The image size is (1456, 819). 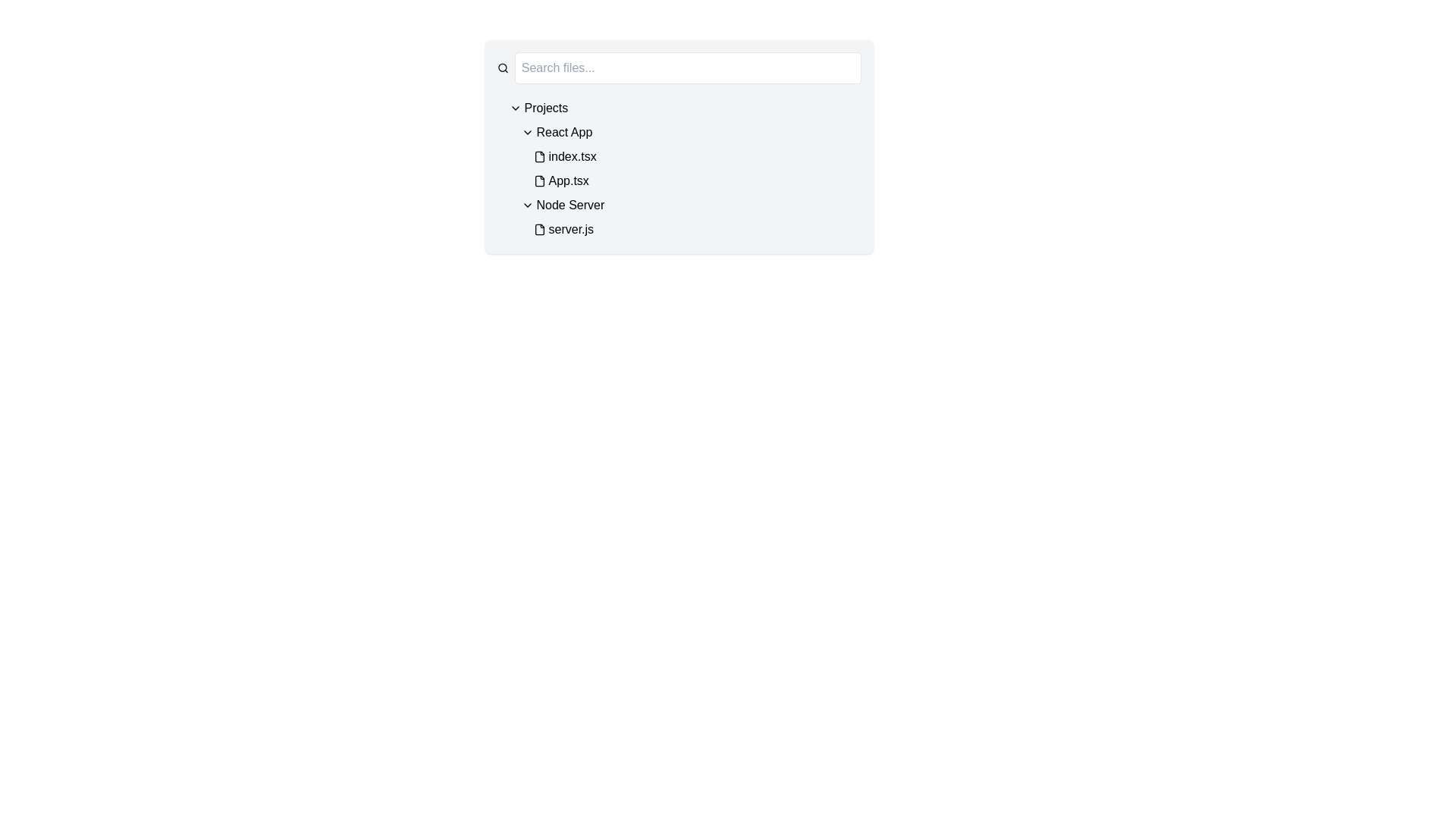 What do you see at coordinates (502, 67) in the screenshot?
I see `the SVG circle element that represents the lens of the magnifying glass in the search icon, located near the top-left corner of the search field` at bounding box center [502, 67].